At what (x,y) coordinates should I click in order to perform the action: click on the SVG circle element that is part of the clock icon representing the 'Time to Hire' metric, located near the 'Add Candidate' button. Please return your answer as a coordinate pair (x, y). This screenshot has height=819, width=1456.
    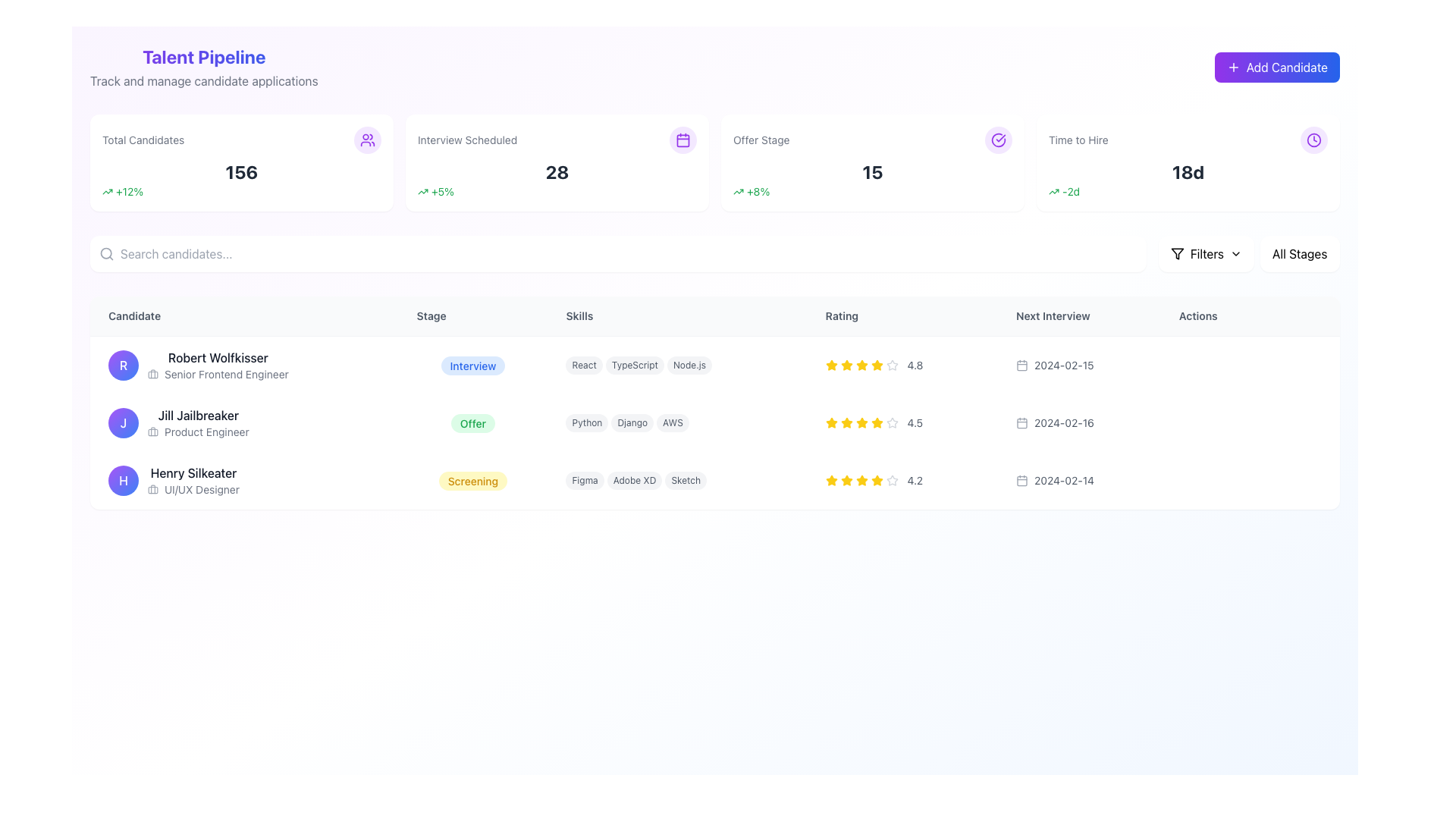
    Looking at the image, I should click on (1313, 140).